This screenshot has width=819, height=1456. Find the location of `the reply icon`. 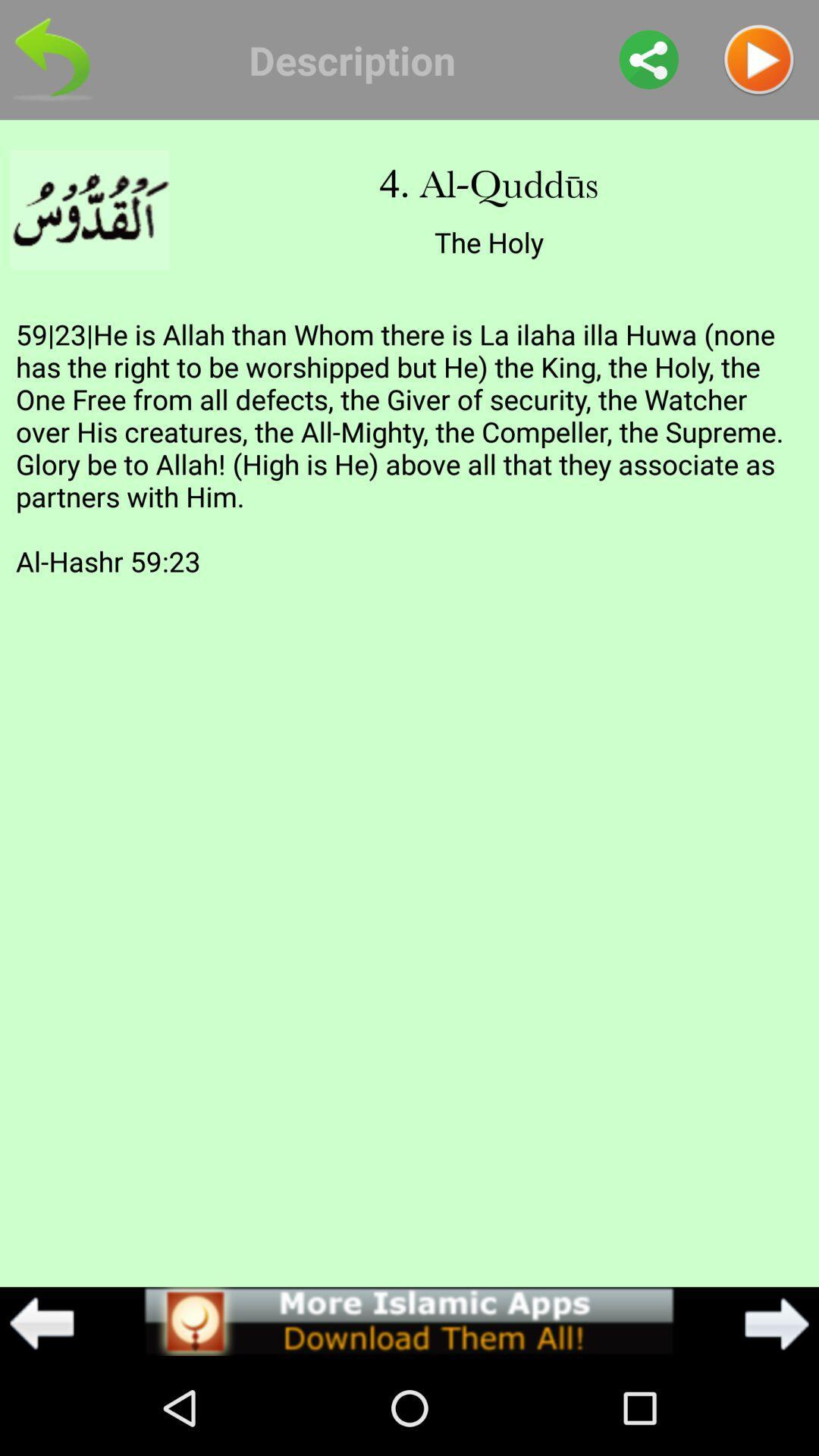

the reply icon is located at coordinates (52, 63).